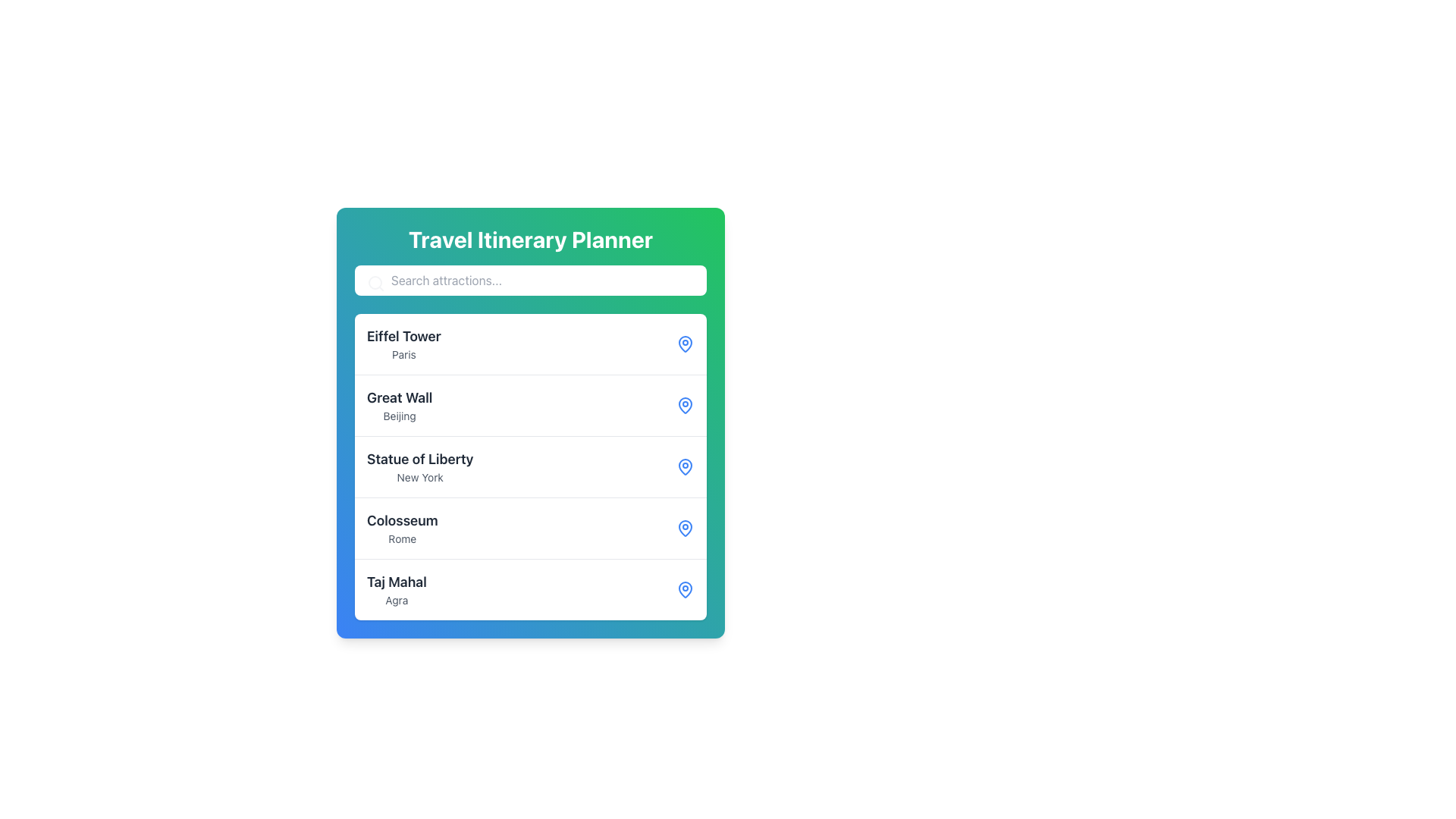 The image size is (1456, 819). What do you see at coordinates (684, 344) in the screenshot?
I see `the location indicator icon for the 'Eiffel Tower' list item, which is positioned at the right end of the text 'Eiffel Tower' and 'Paris'` at bounding box center [684, 344].